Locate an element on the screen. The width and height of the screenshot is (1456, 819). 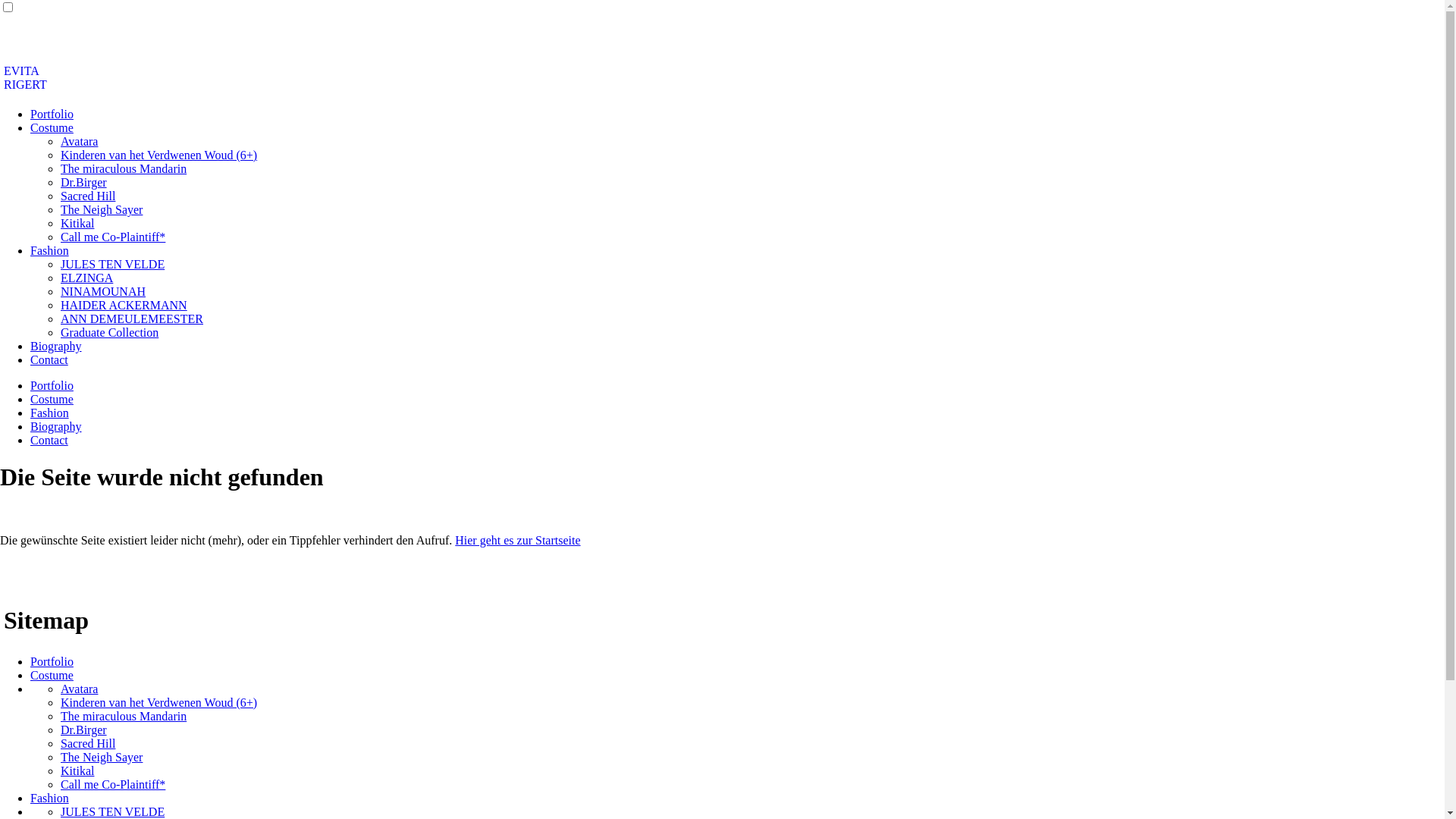
'The miraculous Mandarin' is located at coordinates (124, 716).